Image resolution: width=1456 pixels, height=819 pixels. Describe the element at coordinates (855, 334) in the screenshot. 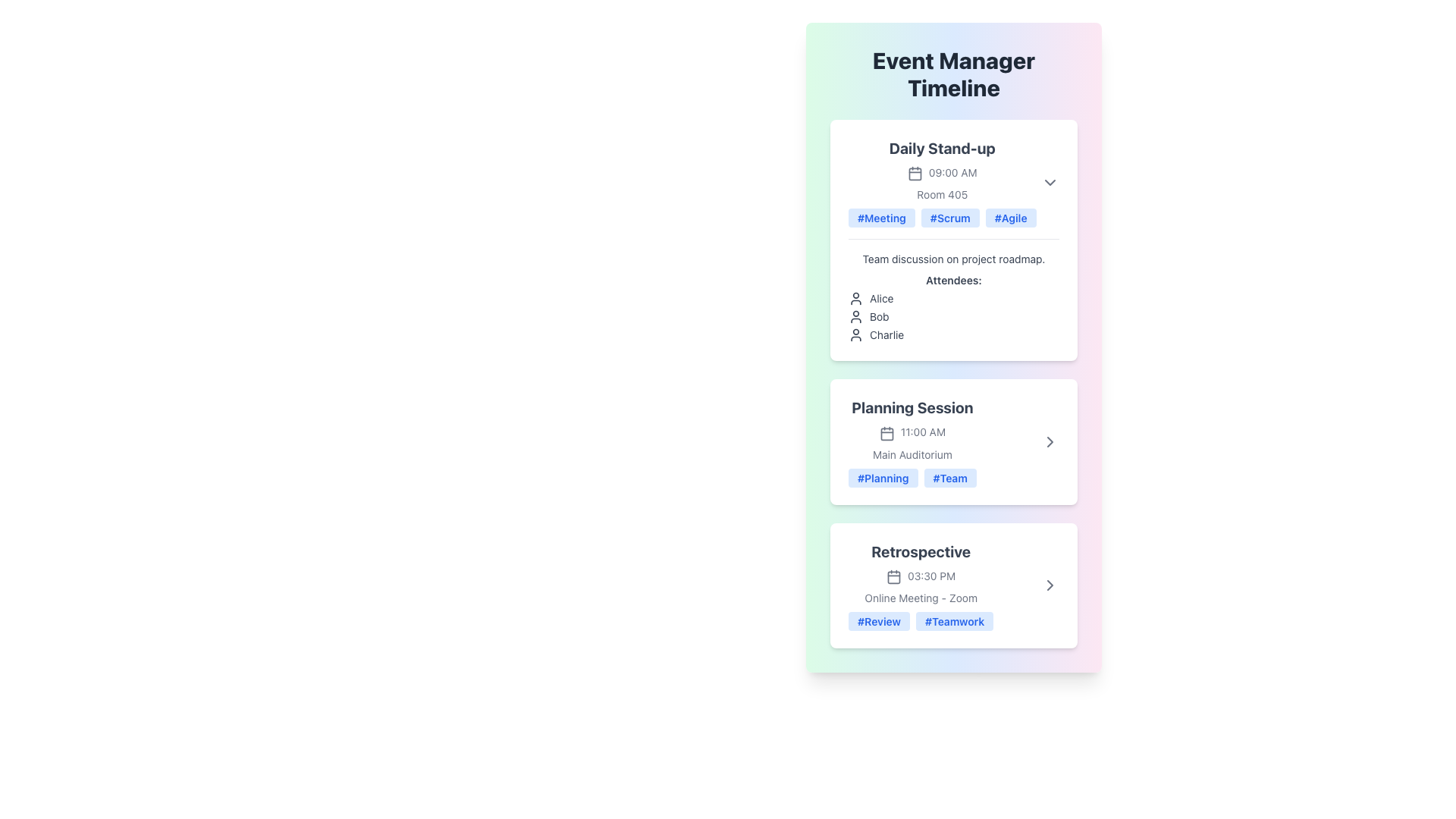

I see `the dark gray outline of a person's bust icon located within the 'Daily Stand-up' card under 'Attendees' before the text 'Charlie'` at that location.